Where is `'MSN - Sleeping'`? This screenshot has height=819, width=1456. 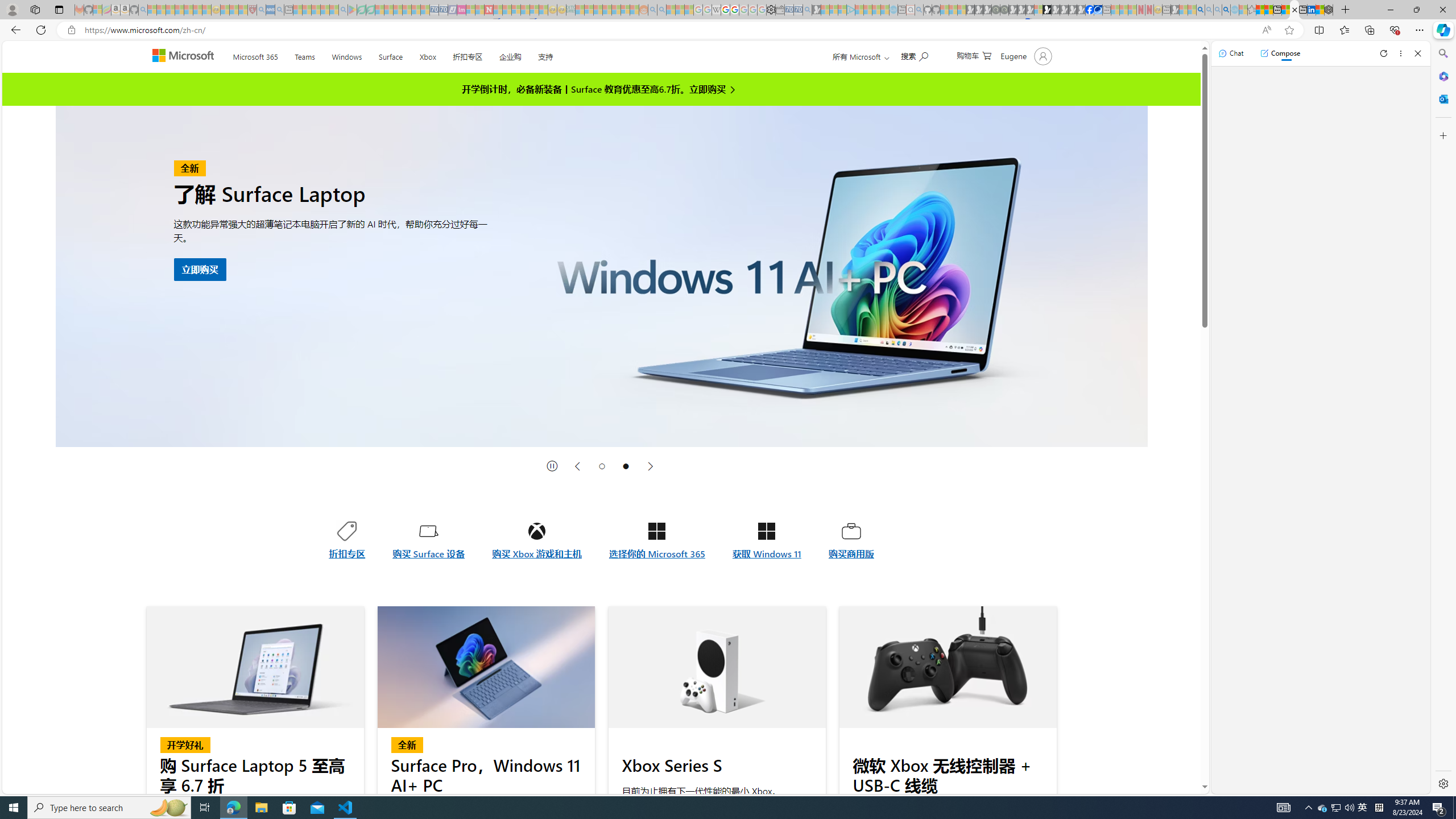
'MSN - Sleeping' is located at coordinates (1174, 9).